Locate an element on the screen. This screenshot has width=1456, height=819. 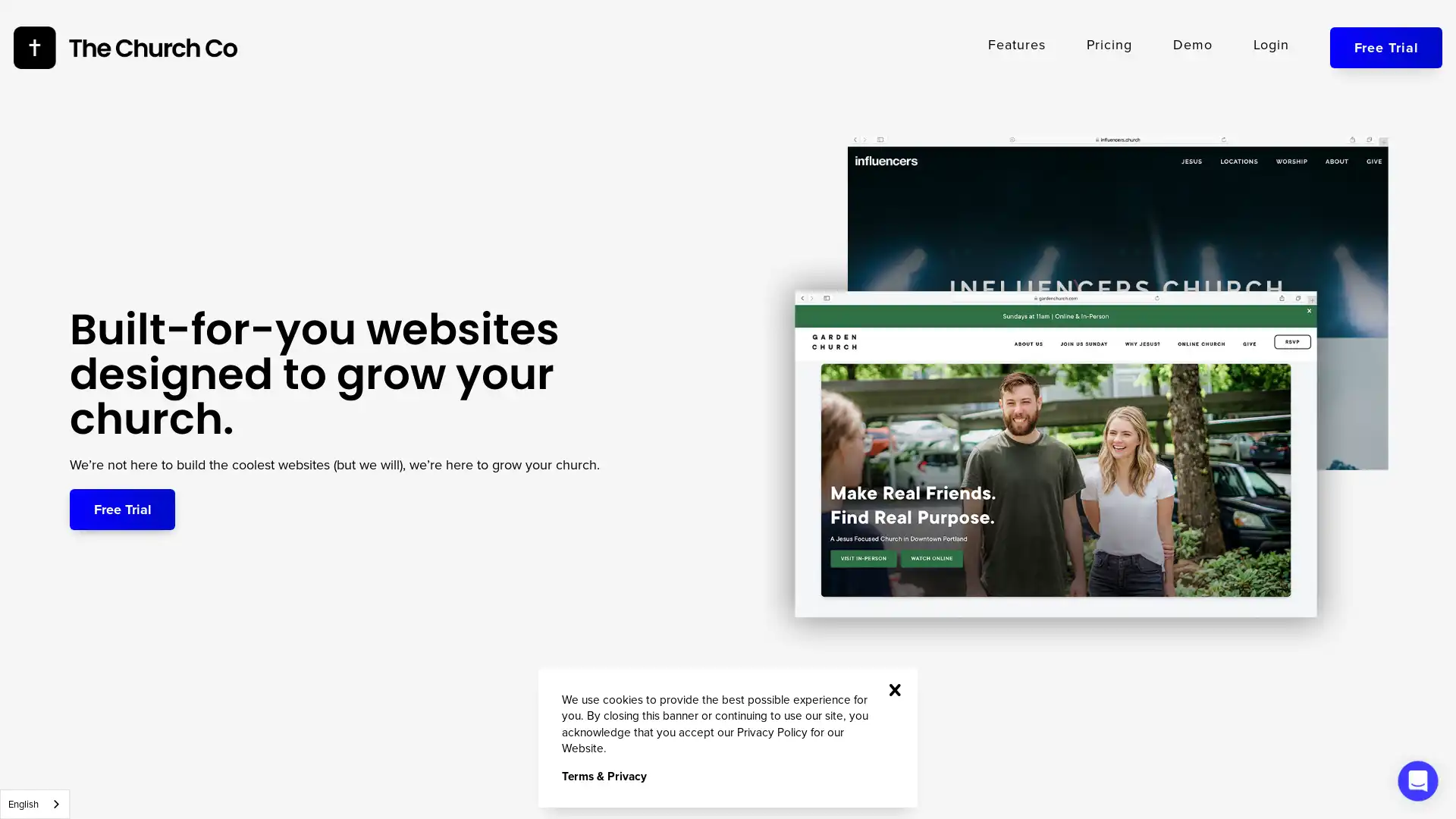
Open Intercom Messenger is located at coordinates (1417, 780).